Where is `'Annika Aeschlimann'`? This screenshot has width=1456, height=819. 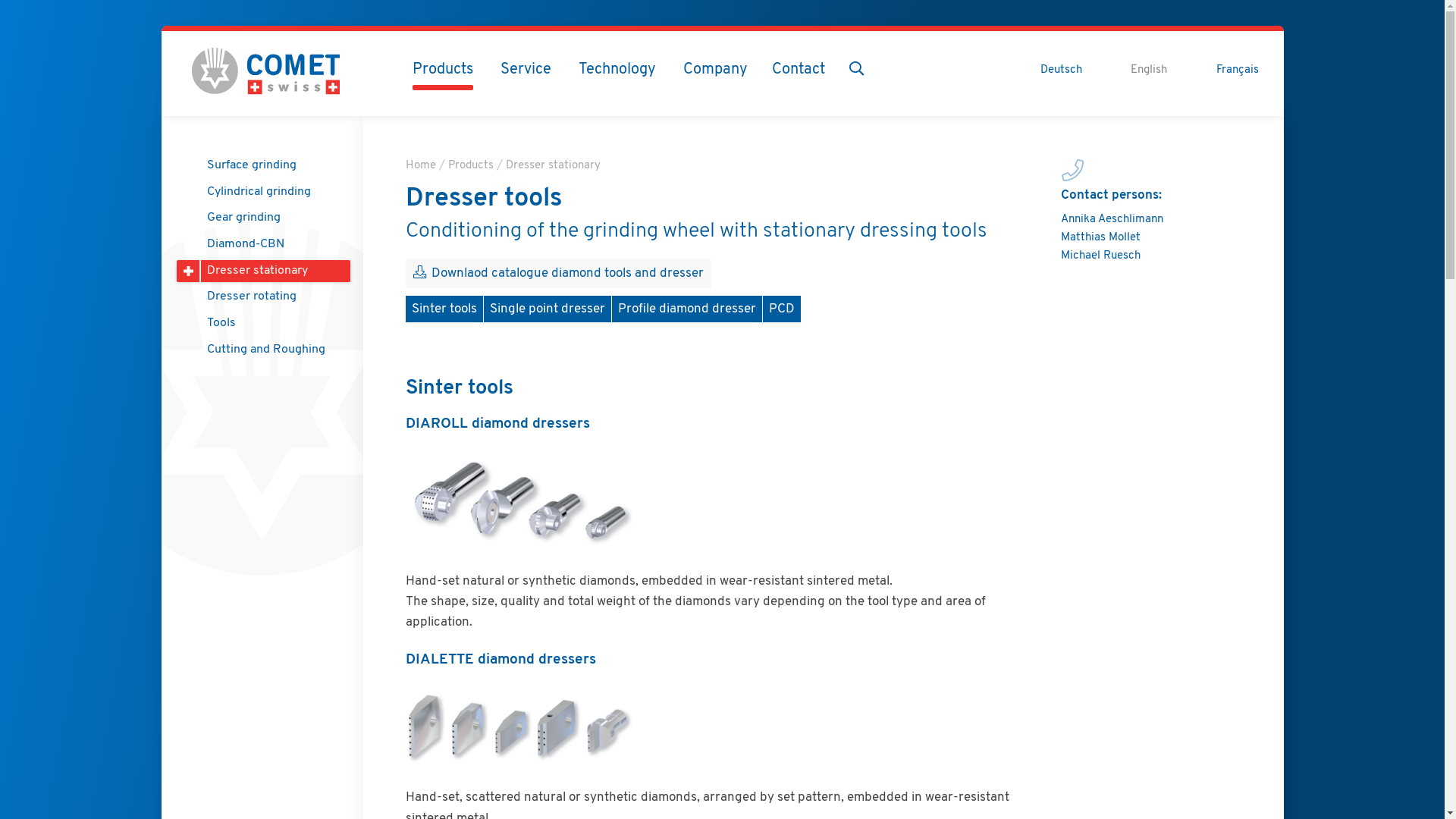
'Annika Aeschlimann' is located at coordinates (1112, 219).